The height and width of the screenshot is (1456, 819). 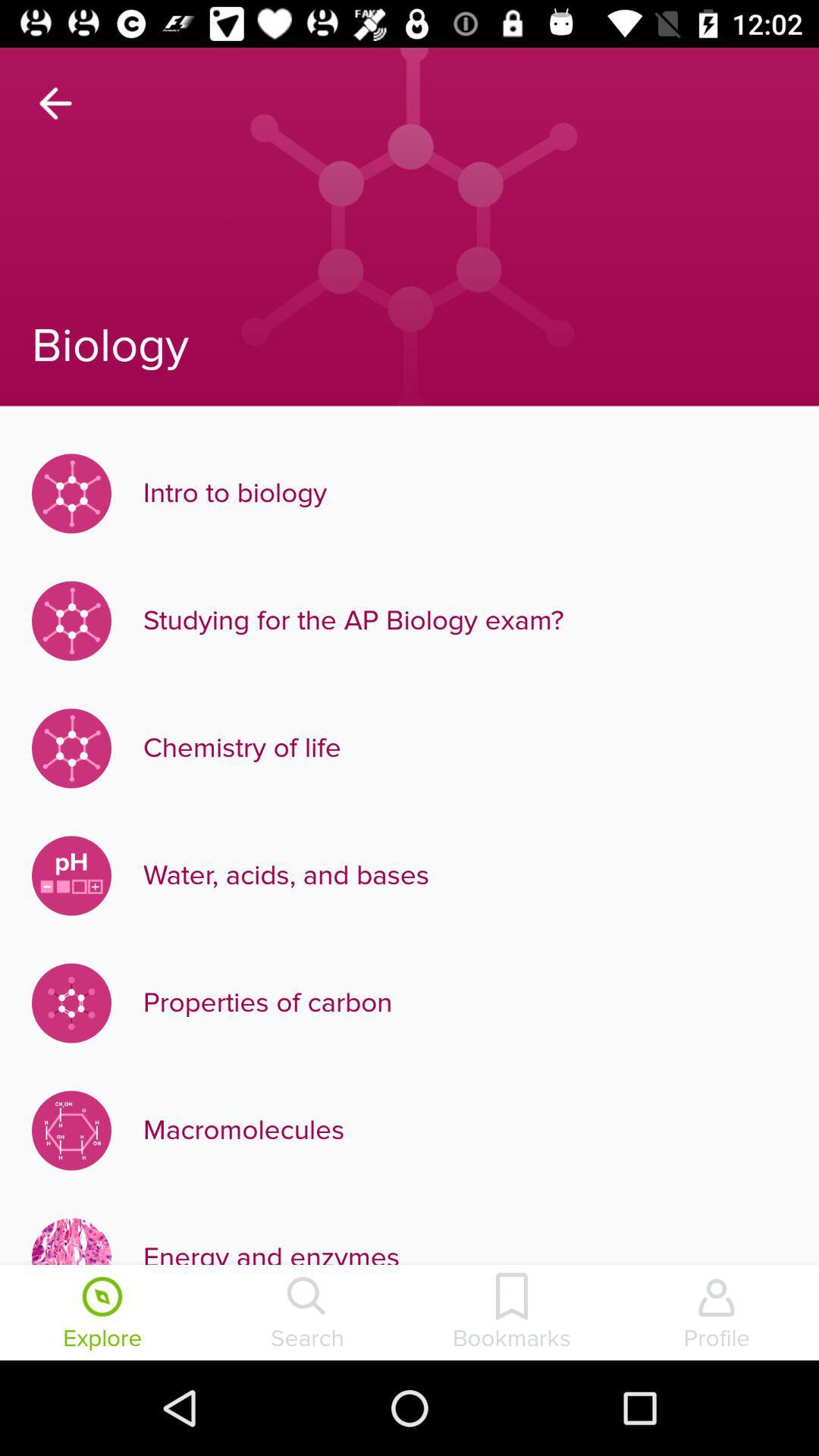 I want to click on the icon at the top left corner, so click(x=55, y=102).